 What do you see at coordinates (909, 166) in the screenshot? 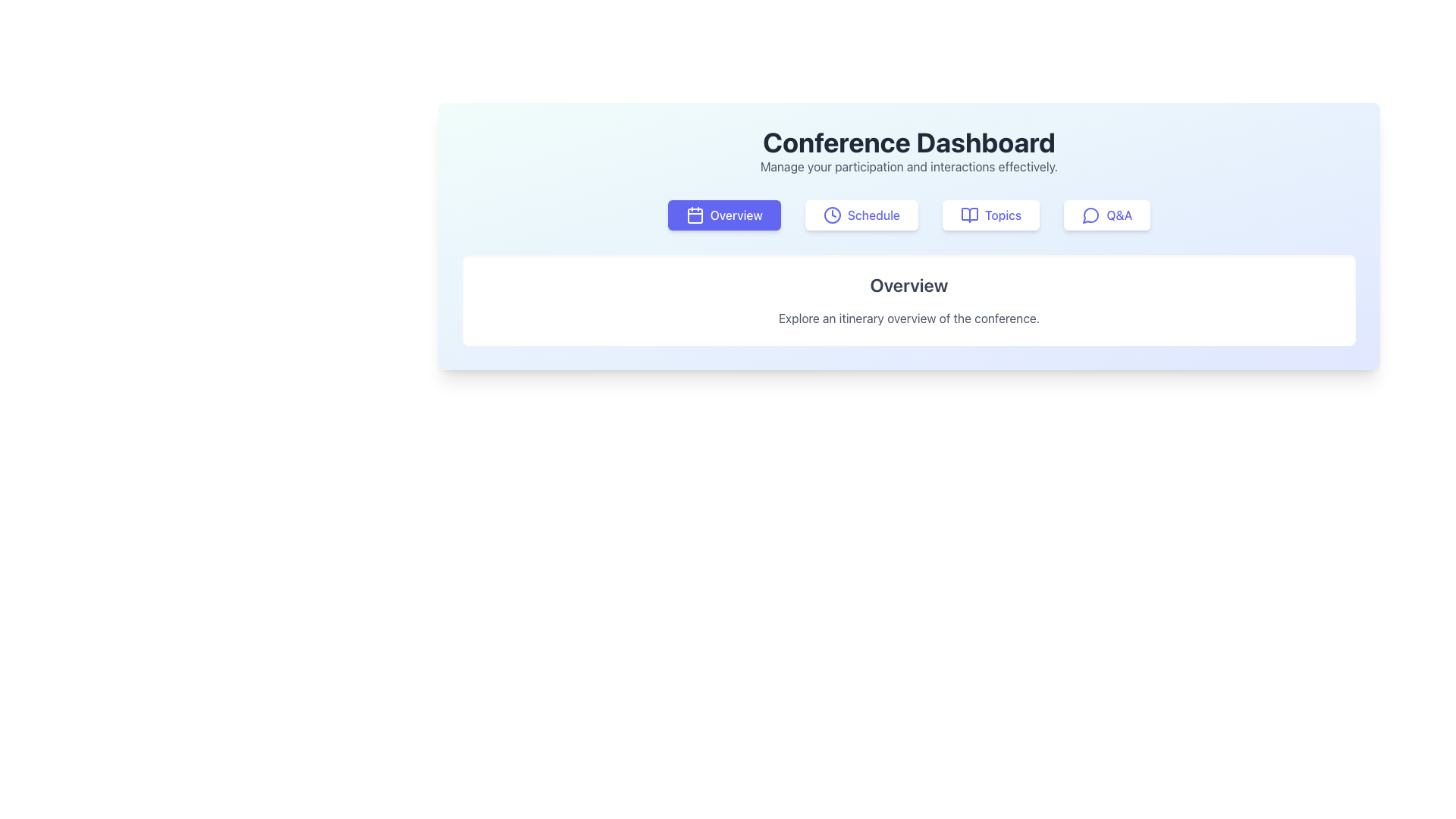
I see `text element located just below the 'Conference Dashboard' heading, styled in gray and smaller font size` at bounding box center [909, 166].